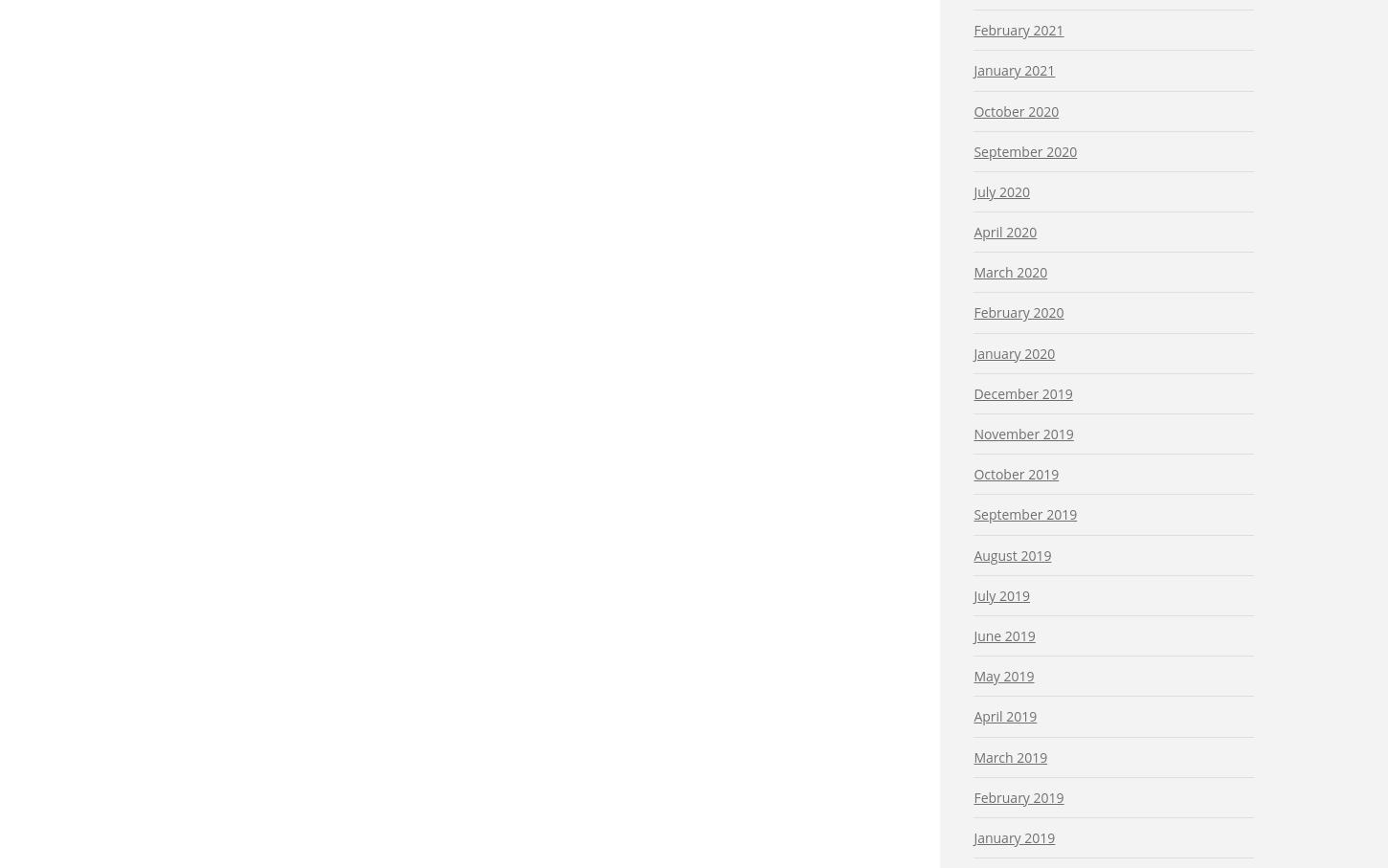 The width and height of the screenshot is (1388, 868). What do you see at coordinates (974, 150) in the screenshot?
I see `'September 2020'` at bounding box center [974, 150].